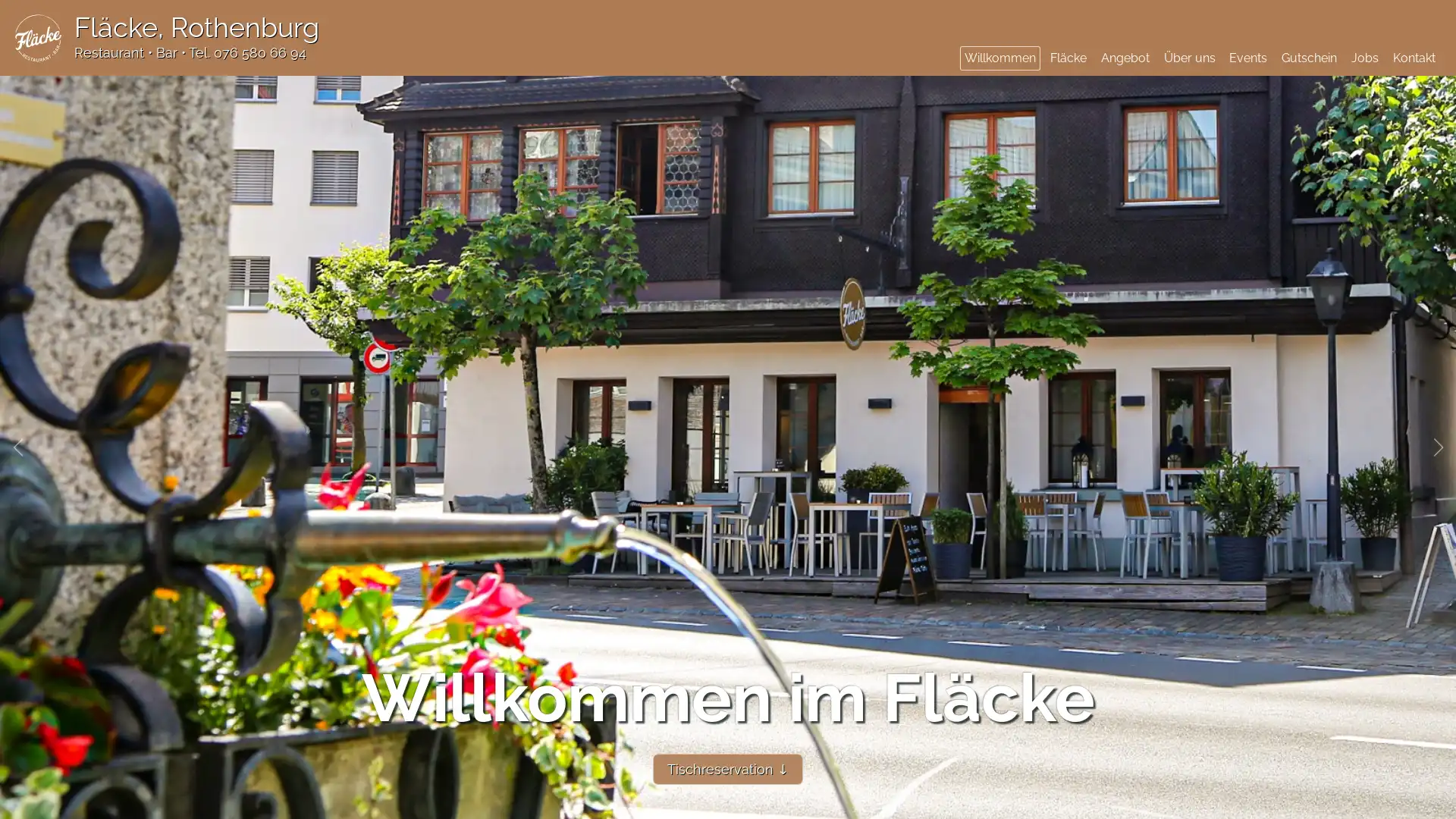 The image size is (1456, 819). I want to click on Previous slide, so click(17, 447).